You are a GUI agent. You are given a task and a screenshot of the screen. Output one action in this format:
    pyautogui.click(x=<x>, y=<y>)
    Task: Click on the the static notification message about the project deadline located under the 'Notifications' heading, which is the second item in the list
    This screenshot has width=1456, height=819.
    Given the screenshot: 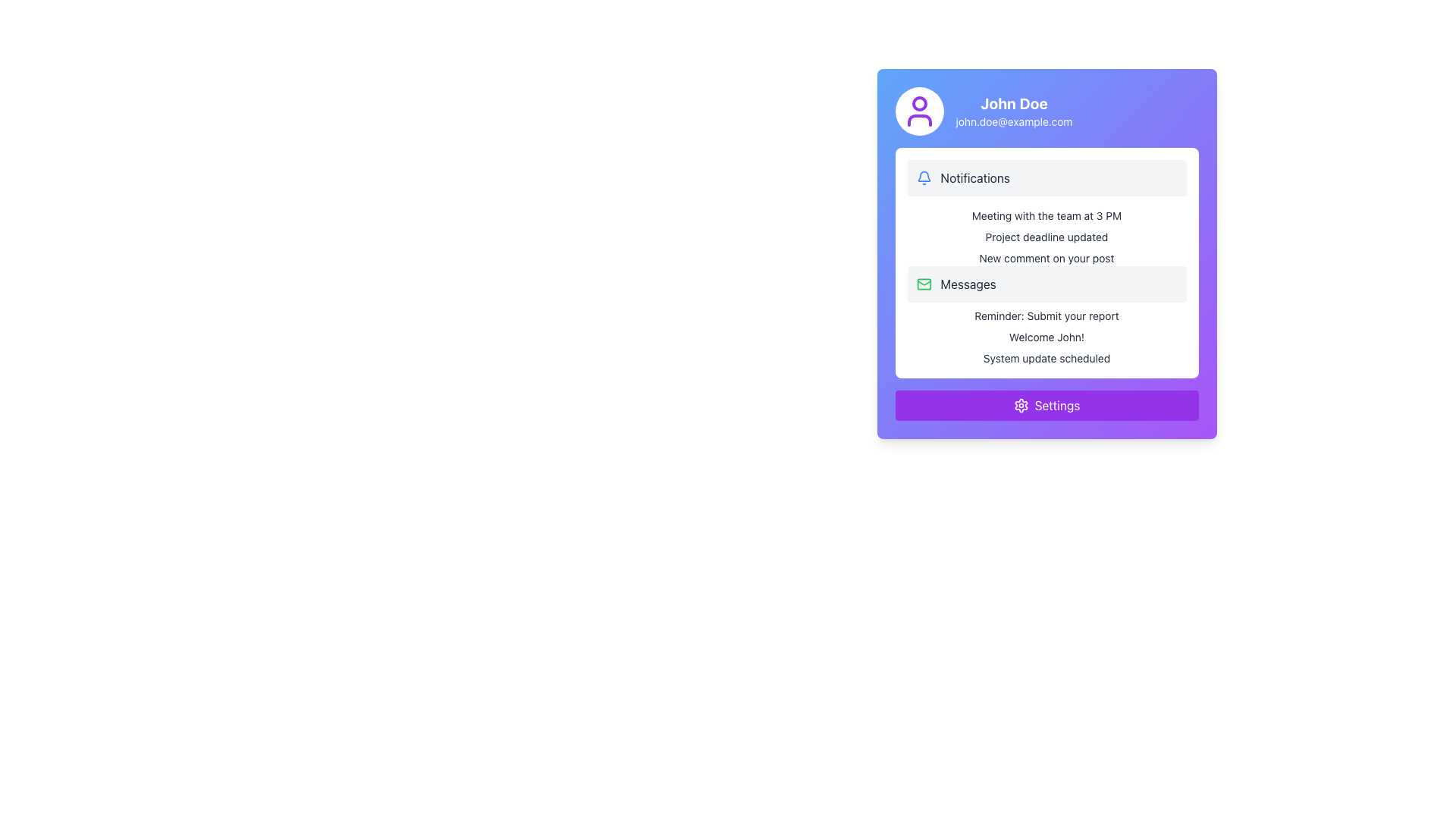 What is the action you would take?
    pyautogui.click(x=1046, y=237)
    